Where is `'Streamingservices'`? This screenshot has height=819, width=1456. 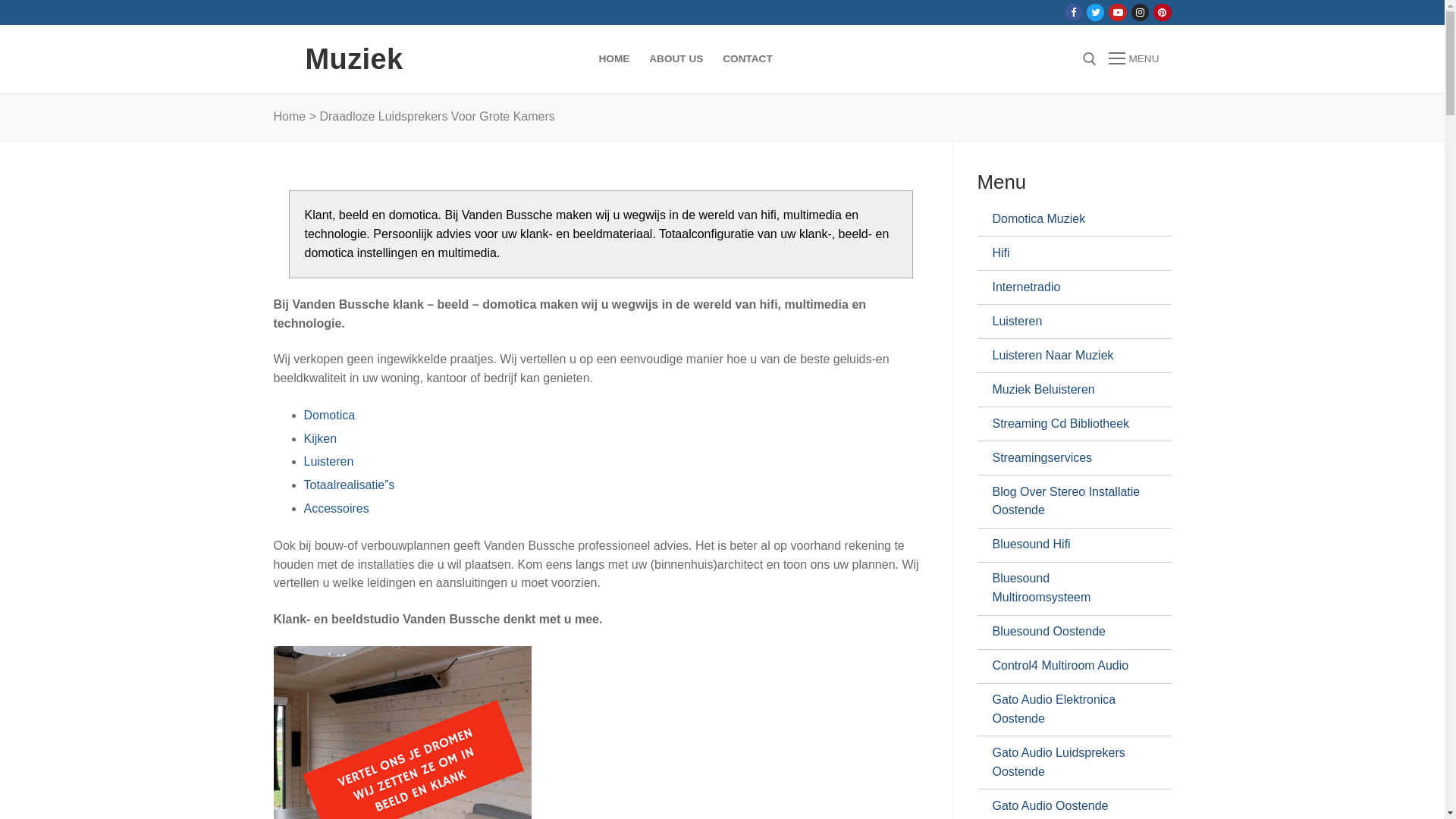 'Streamingservices' is located at coordinates (1066, 457).